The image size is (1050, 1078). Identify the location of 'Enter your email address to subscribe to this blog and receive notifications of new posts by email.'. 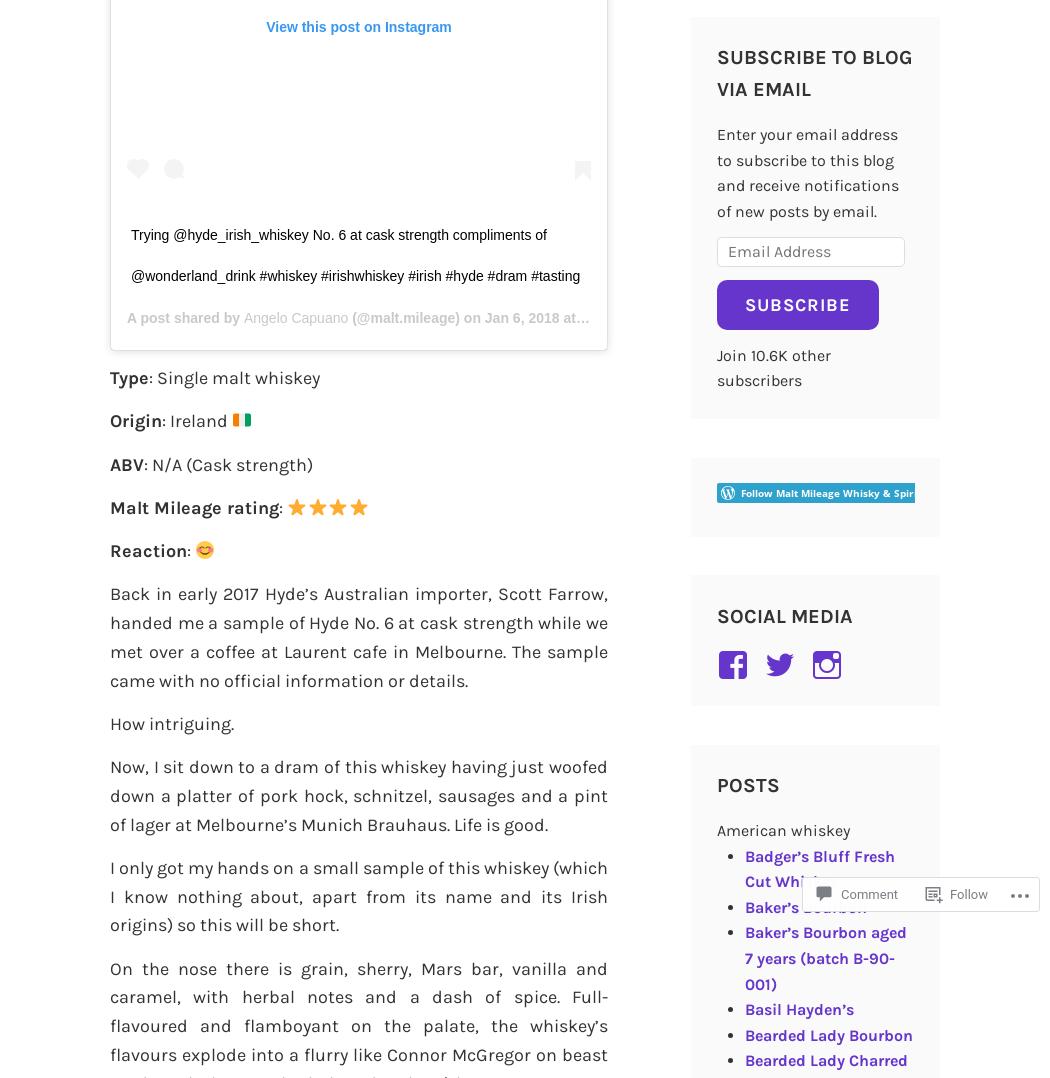
(806, 172).